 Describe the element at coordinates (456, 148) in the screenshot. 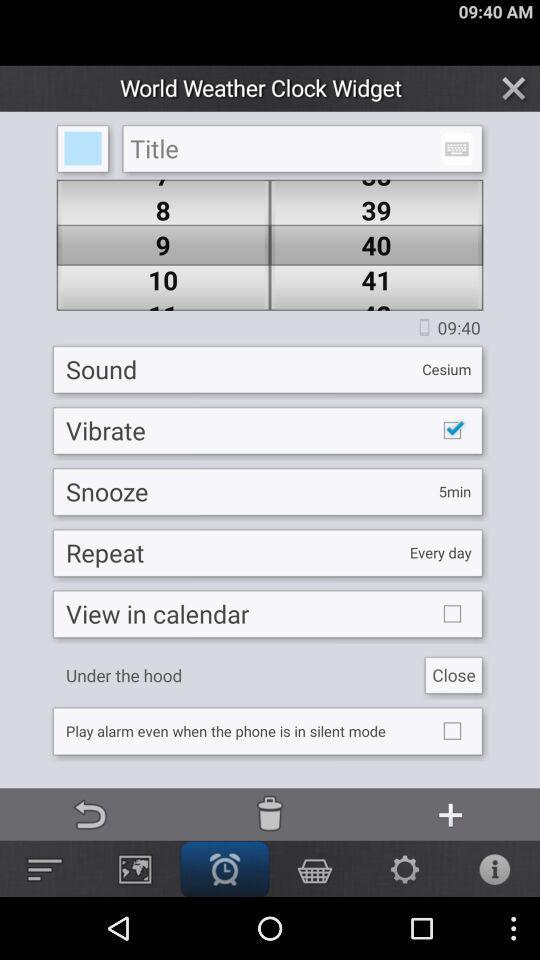

I see `open keyboard` at that location.